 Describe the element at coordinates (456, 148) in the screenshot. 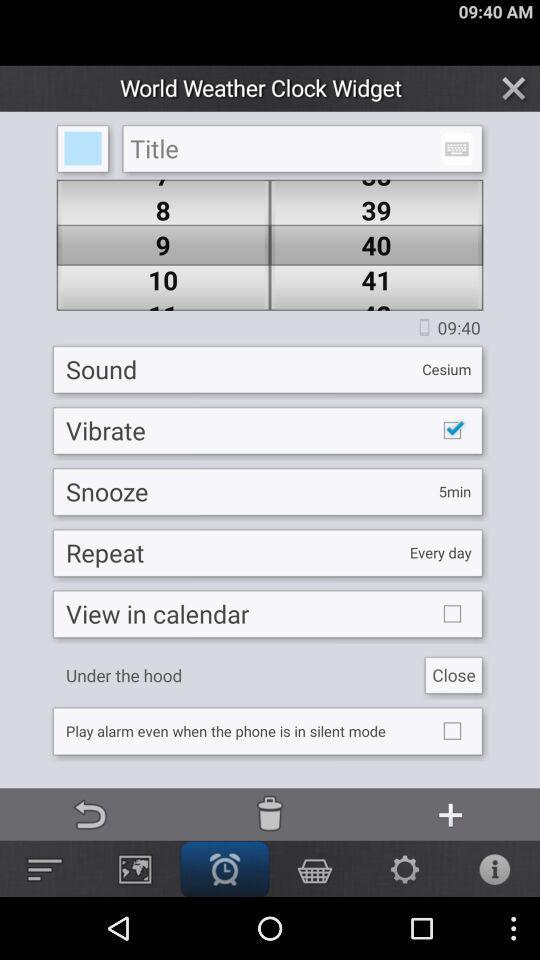

I see `open keyboard` at that location.